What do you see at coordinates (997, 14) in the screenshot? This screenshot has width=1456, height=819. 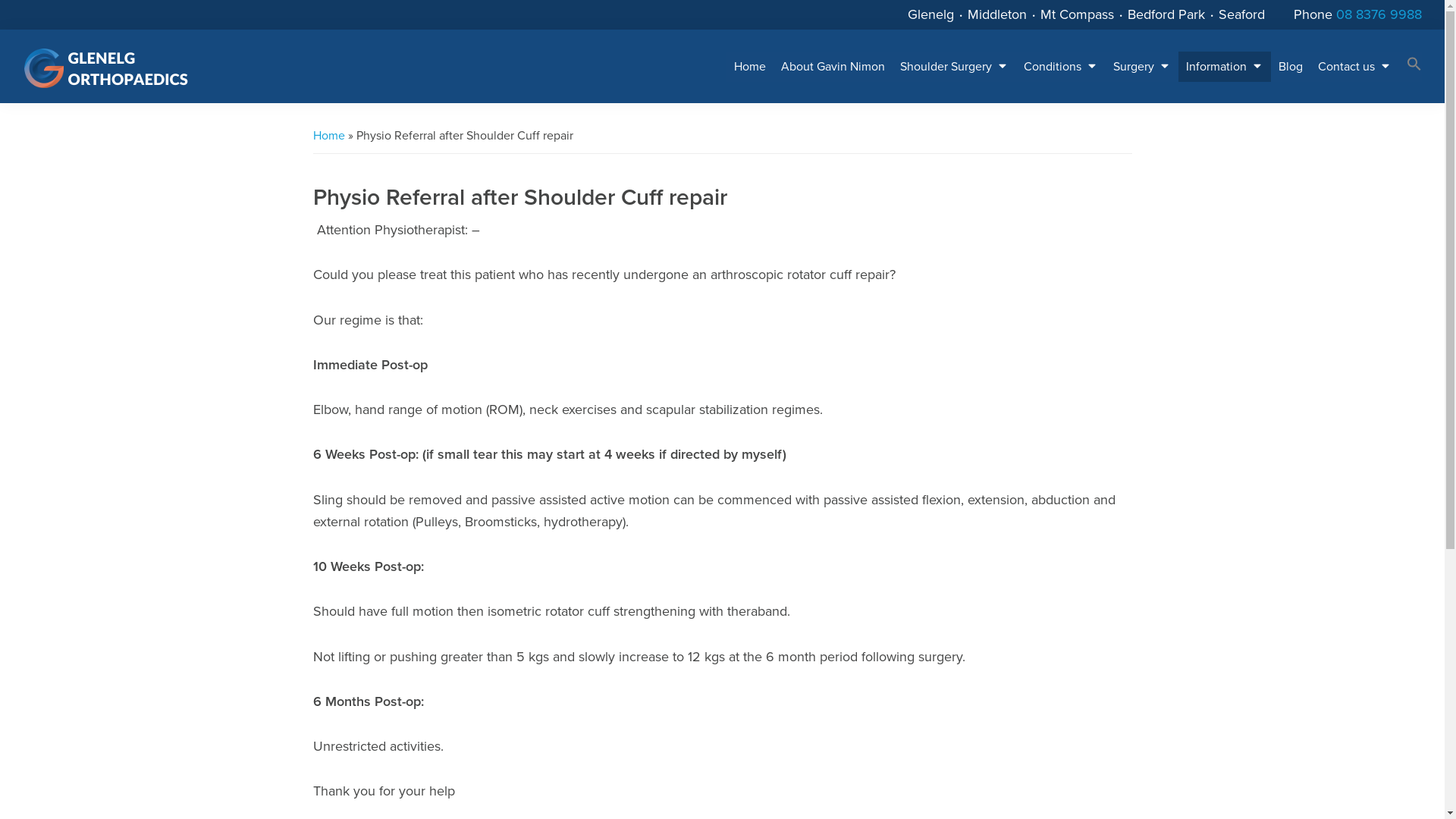 I see `'Middleton'` at bounding box center [997, 14].